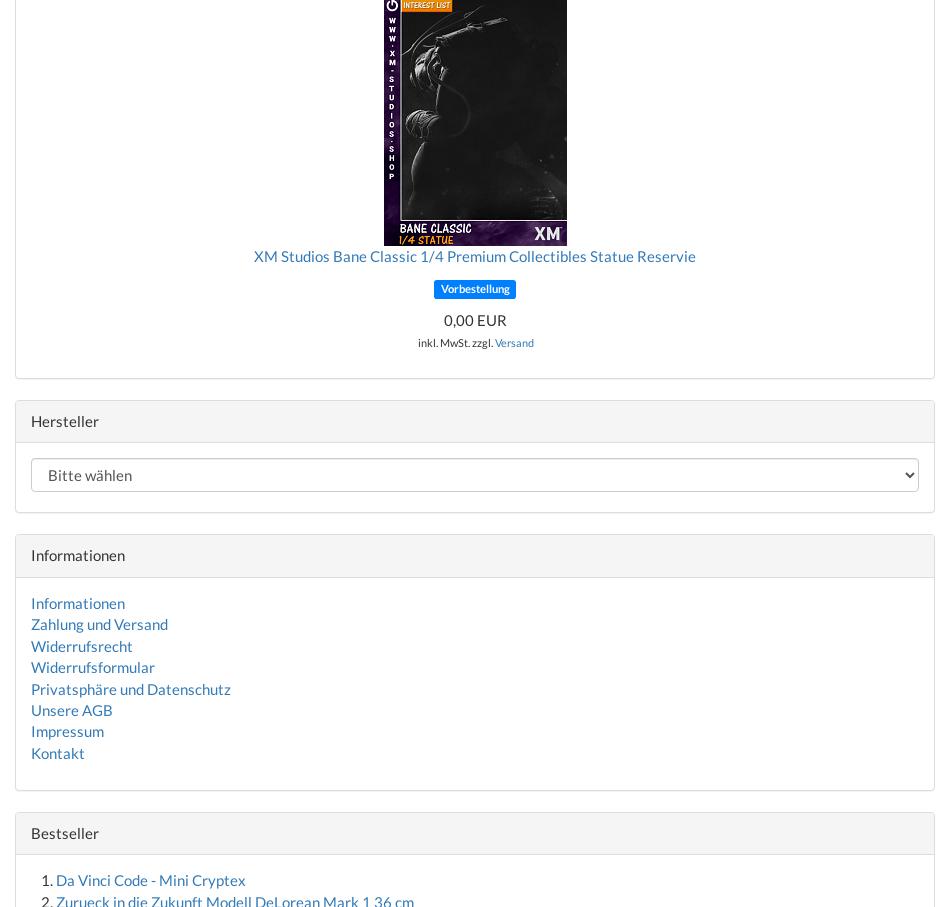  What do you see at coordinates (475, 253) in the screenshot?
I see `'XM Studios Bane Classic 1/4 Premium Collectibles Statue Reservie'` at bounding box center [475, 253].